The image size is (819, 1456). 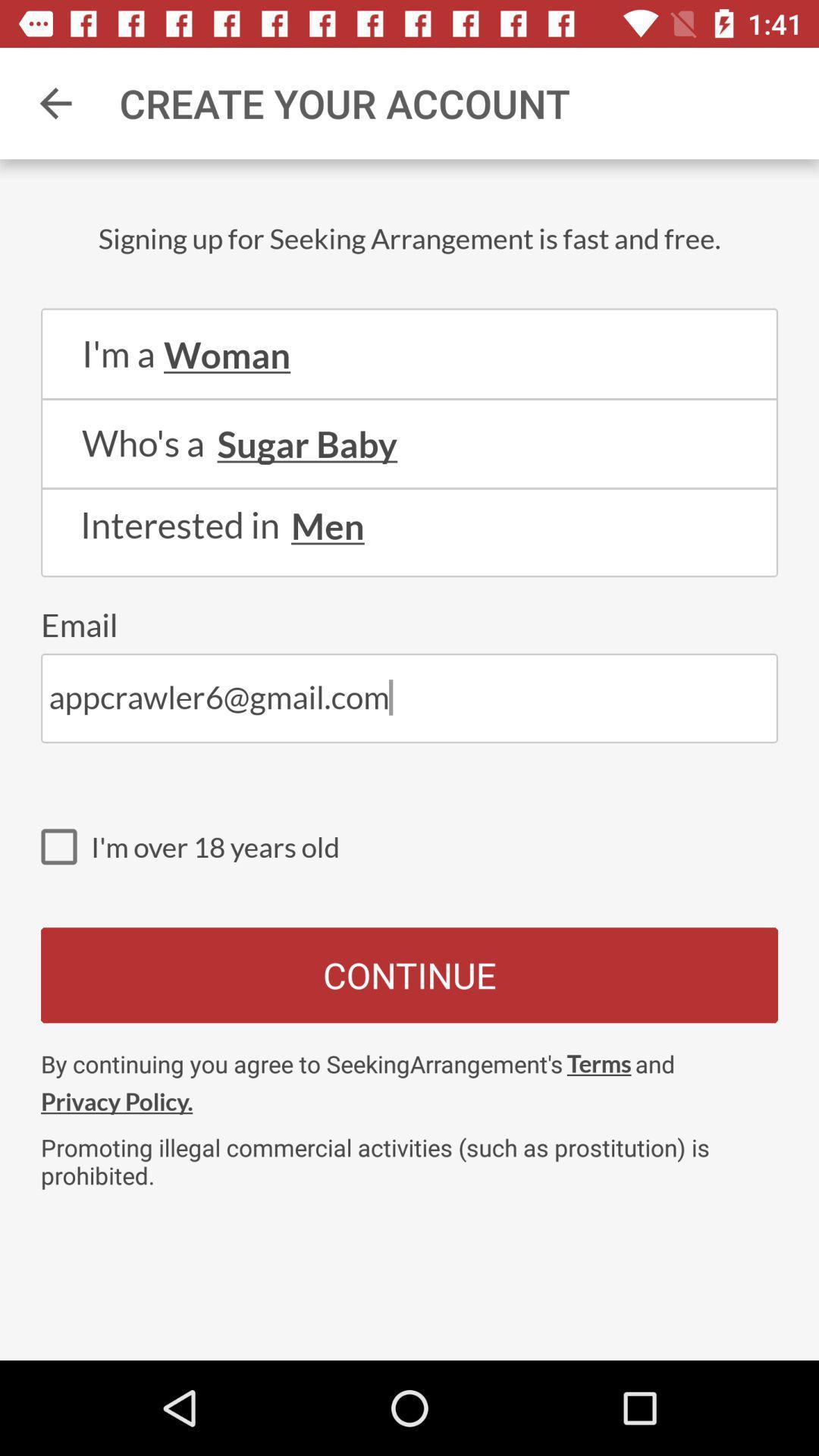 What do you see at coordinates (302, 1062) in the screenshot?
I see `the by continuing you` at bounding box center [302, 1062].